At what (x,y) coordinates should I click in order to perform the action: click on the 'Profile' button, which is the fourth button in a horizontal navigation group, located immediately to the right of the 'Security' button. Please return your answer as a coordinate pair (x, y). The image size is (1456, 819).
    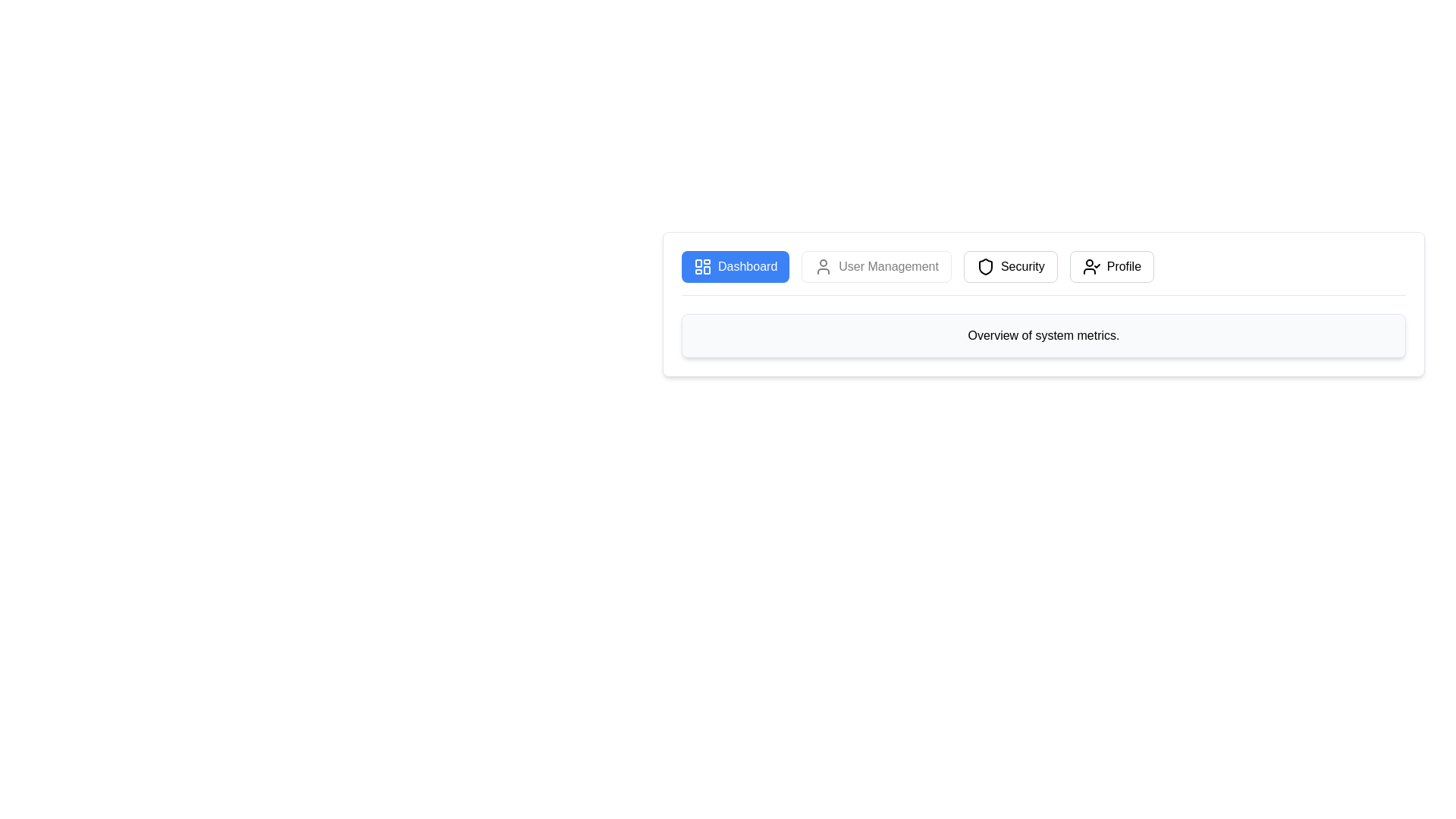
    Looking at the image, I should click on (1112, 265).